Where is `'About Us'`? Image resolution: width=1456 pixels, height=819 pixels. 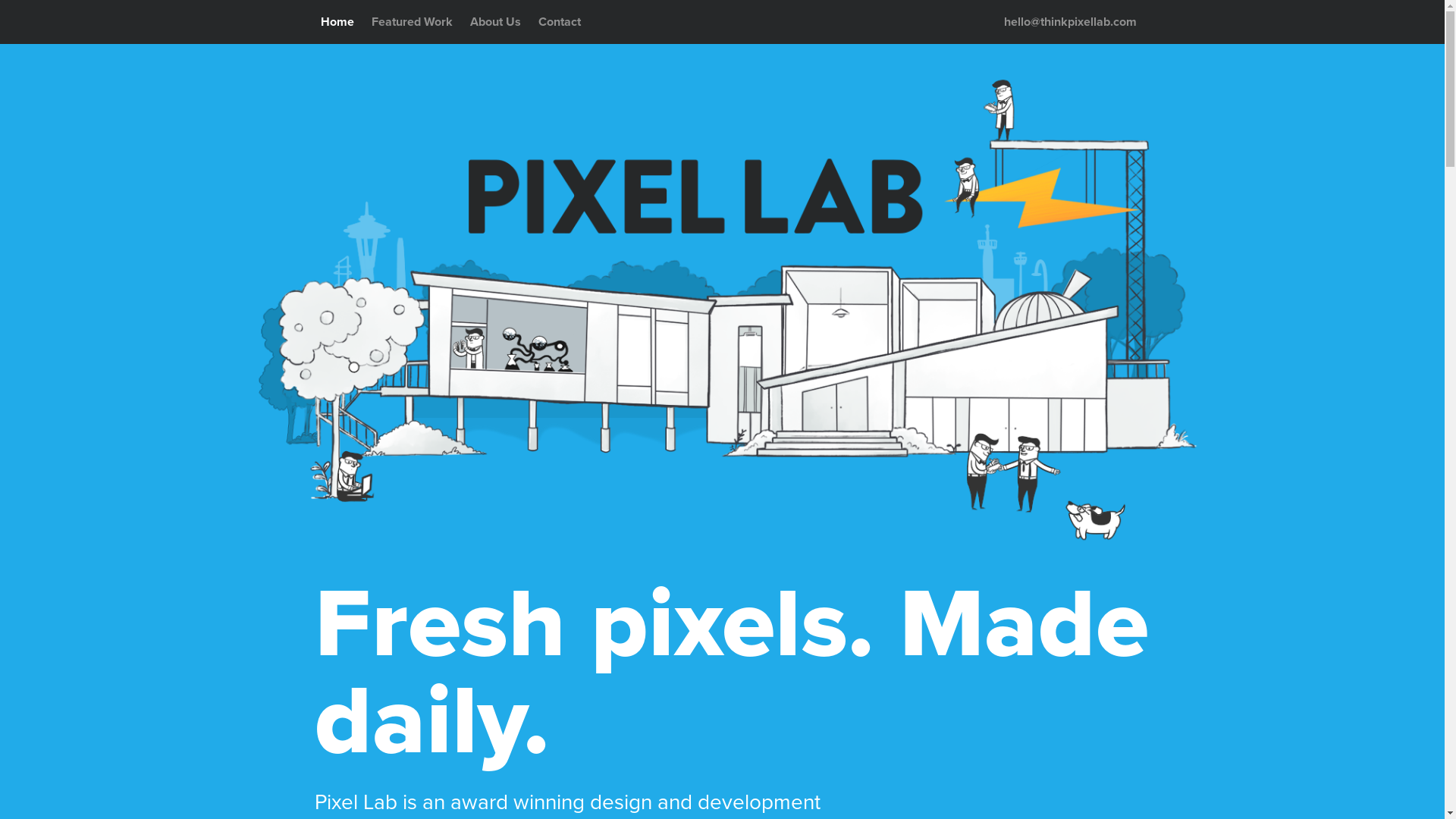 'About Us' is located at coordinates (495, 22).